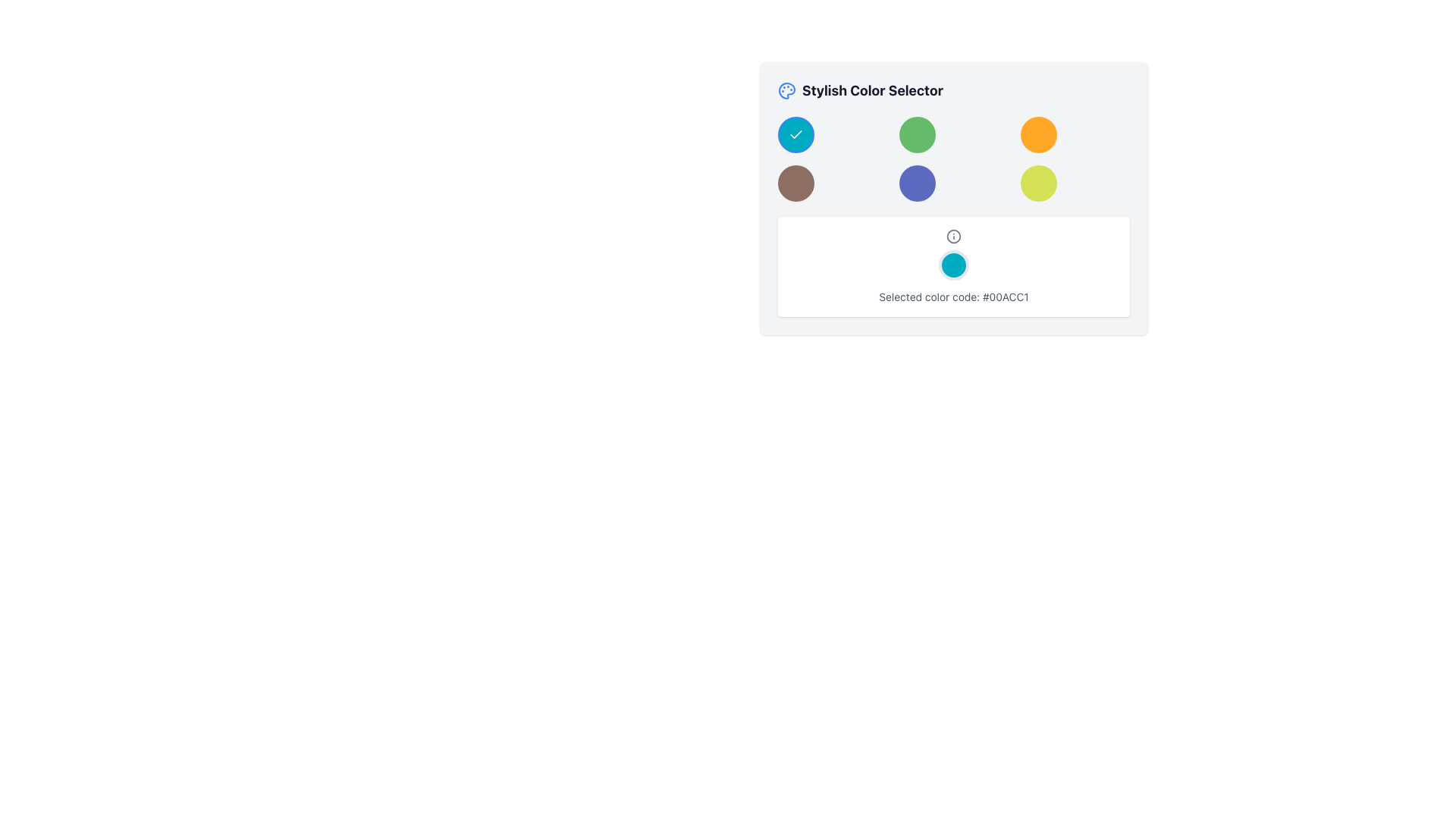 The image size is (1456, 819). I want to click on the SVG checkmark icon with a turquoise-blue background located in the leftmost circle of the second row in the color selection grid, so click(795, 133).